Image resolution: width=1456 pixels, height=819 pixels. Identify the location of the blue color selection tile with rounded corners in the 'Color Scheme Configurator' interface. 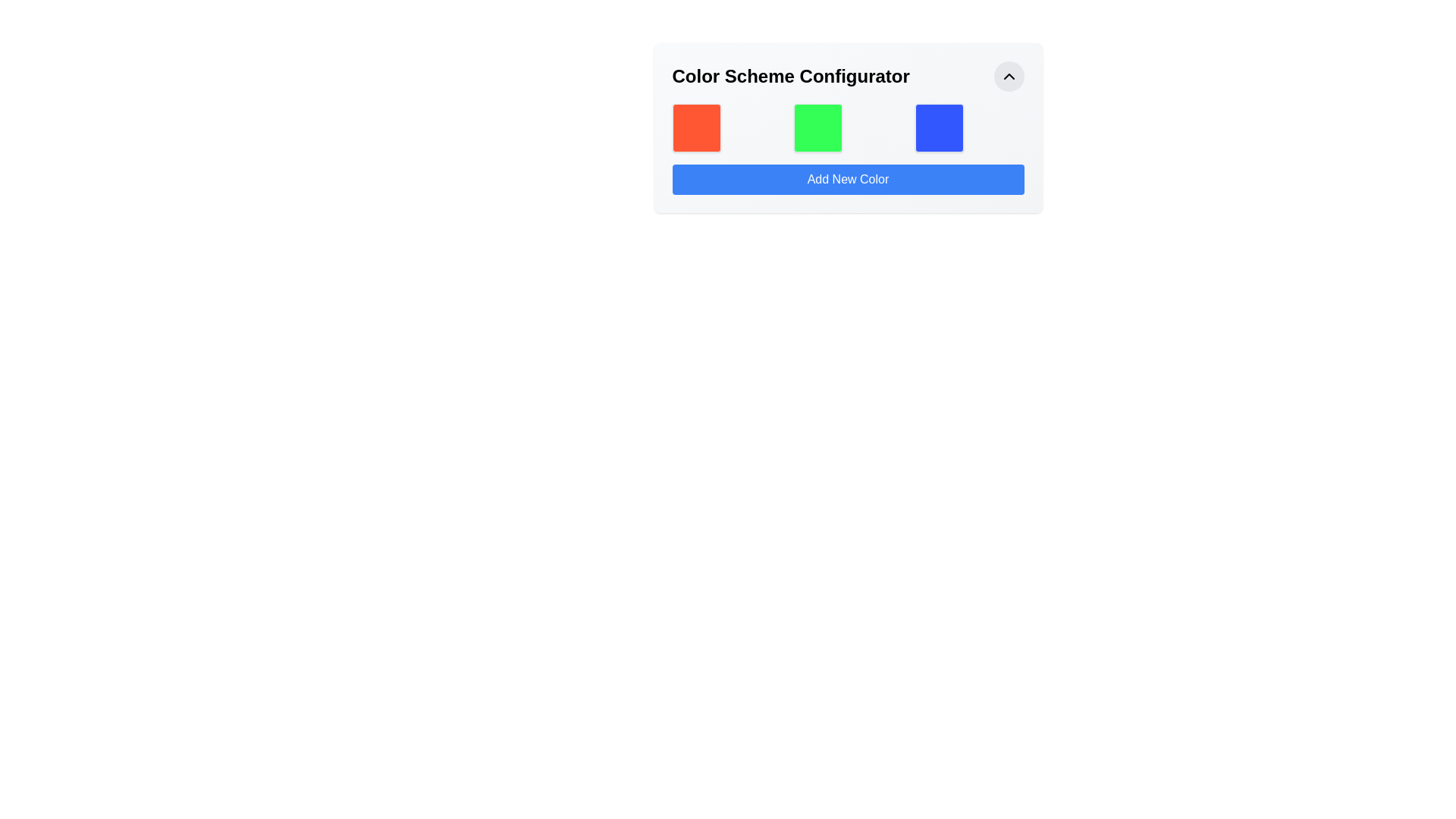
(938, 127).